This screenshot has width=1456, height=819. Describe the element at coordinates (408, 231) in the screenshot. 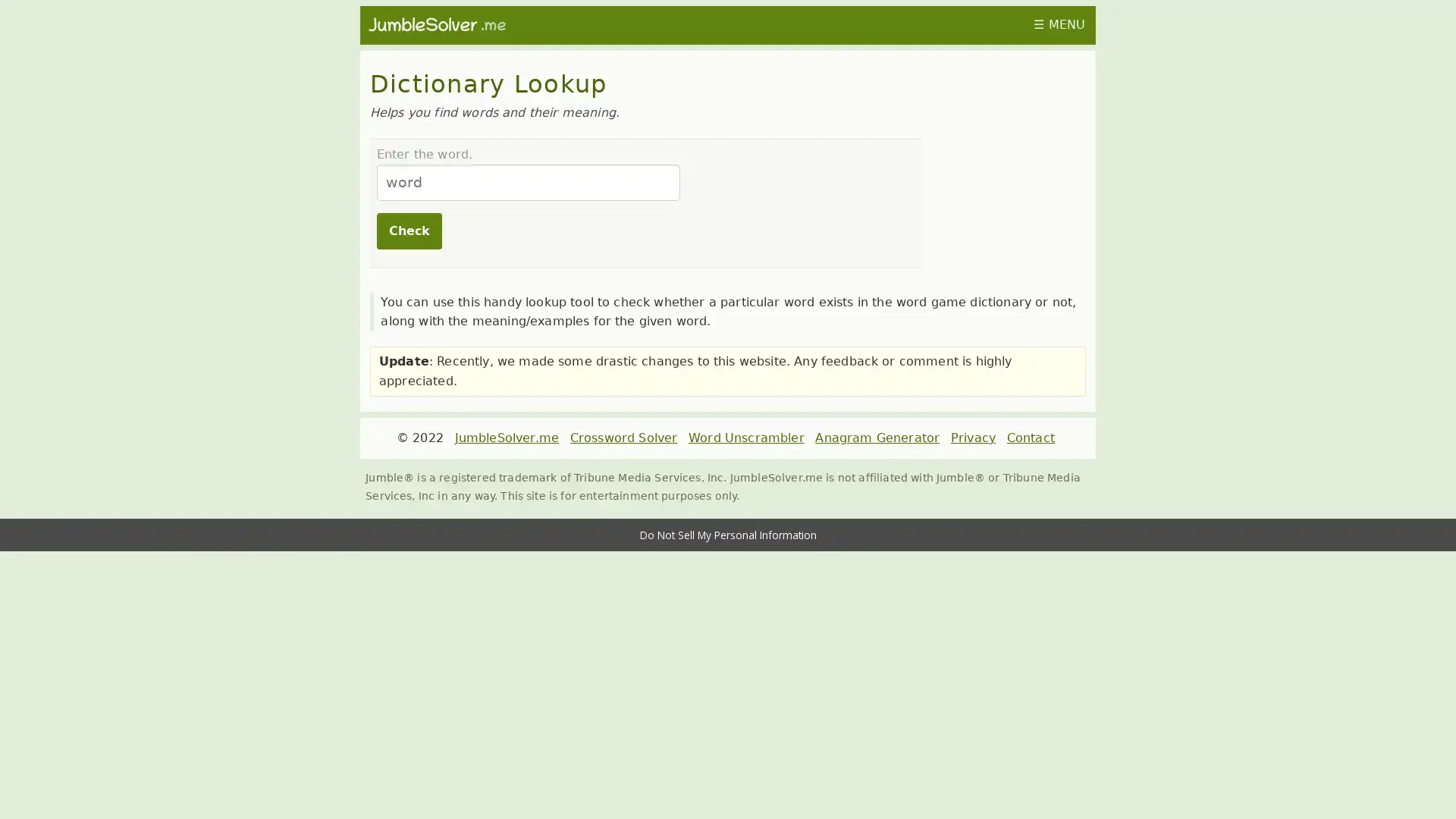

I see `Check` at that location.